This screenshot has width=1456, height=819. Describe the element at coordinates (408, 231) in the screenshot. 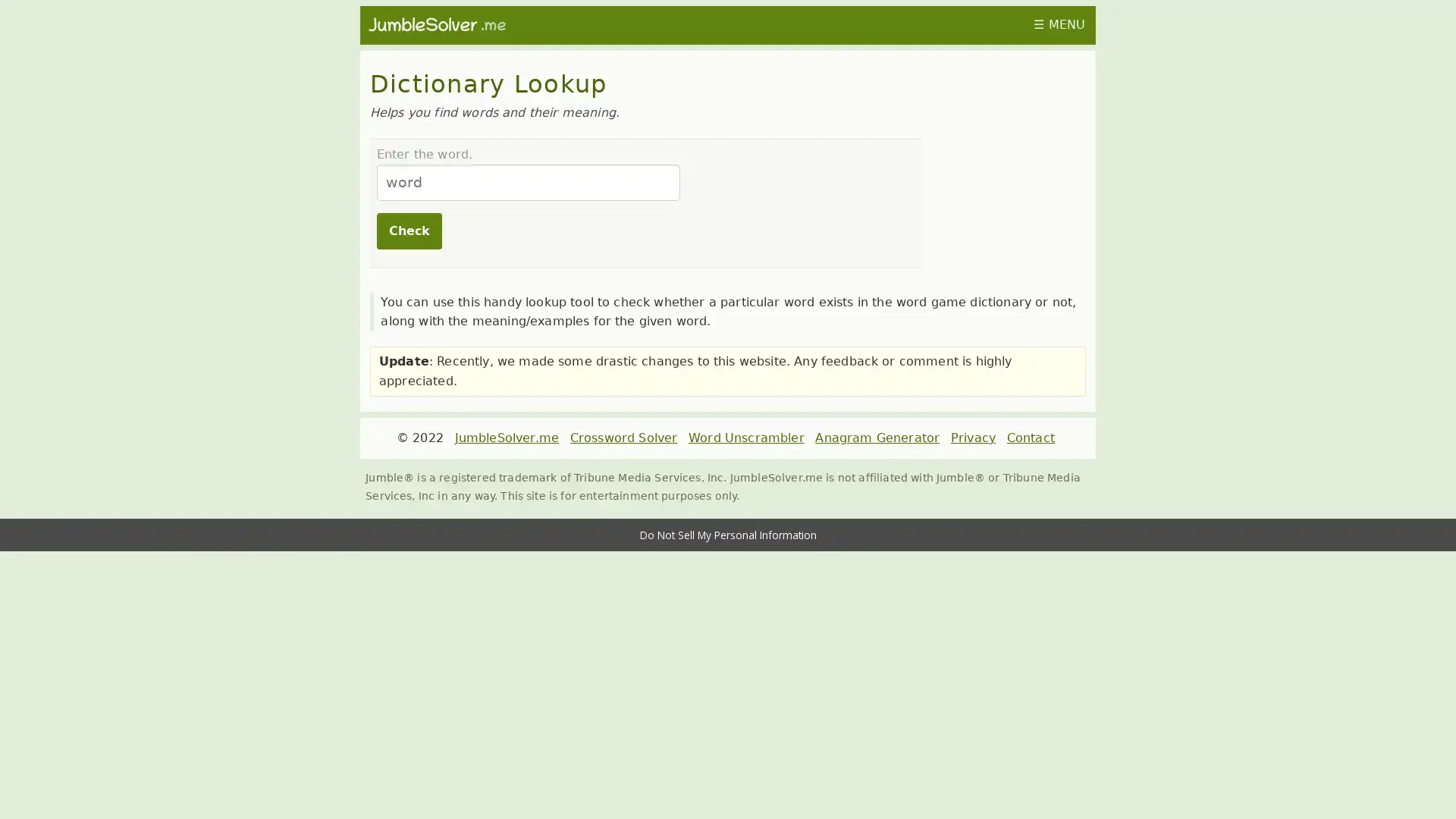

I see `Check` at that location.